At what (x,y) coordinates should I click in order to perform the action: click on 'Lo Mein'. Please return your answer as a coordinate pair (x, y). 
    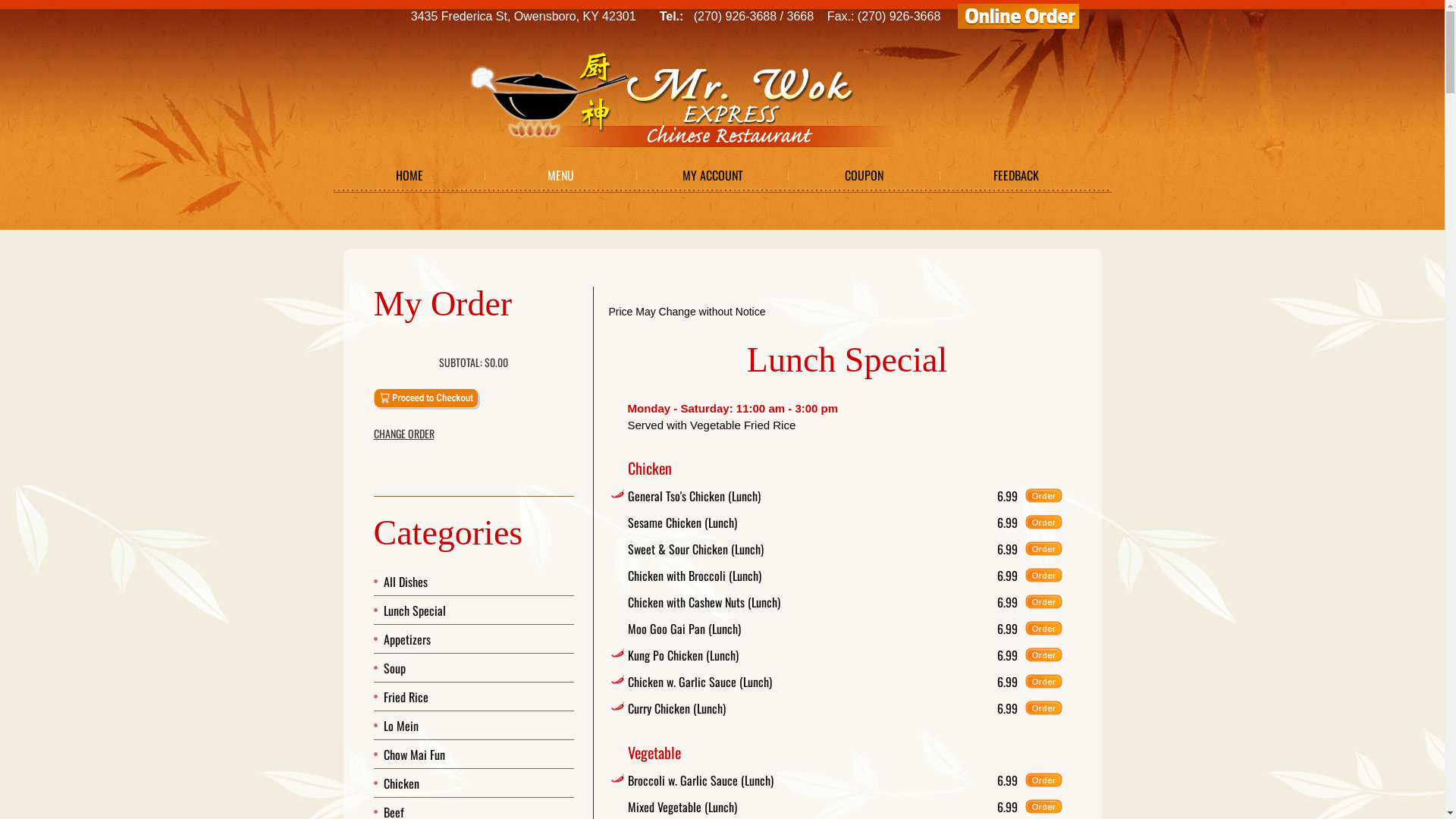
    Looking at the image, I should click on (400, 724).